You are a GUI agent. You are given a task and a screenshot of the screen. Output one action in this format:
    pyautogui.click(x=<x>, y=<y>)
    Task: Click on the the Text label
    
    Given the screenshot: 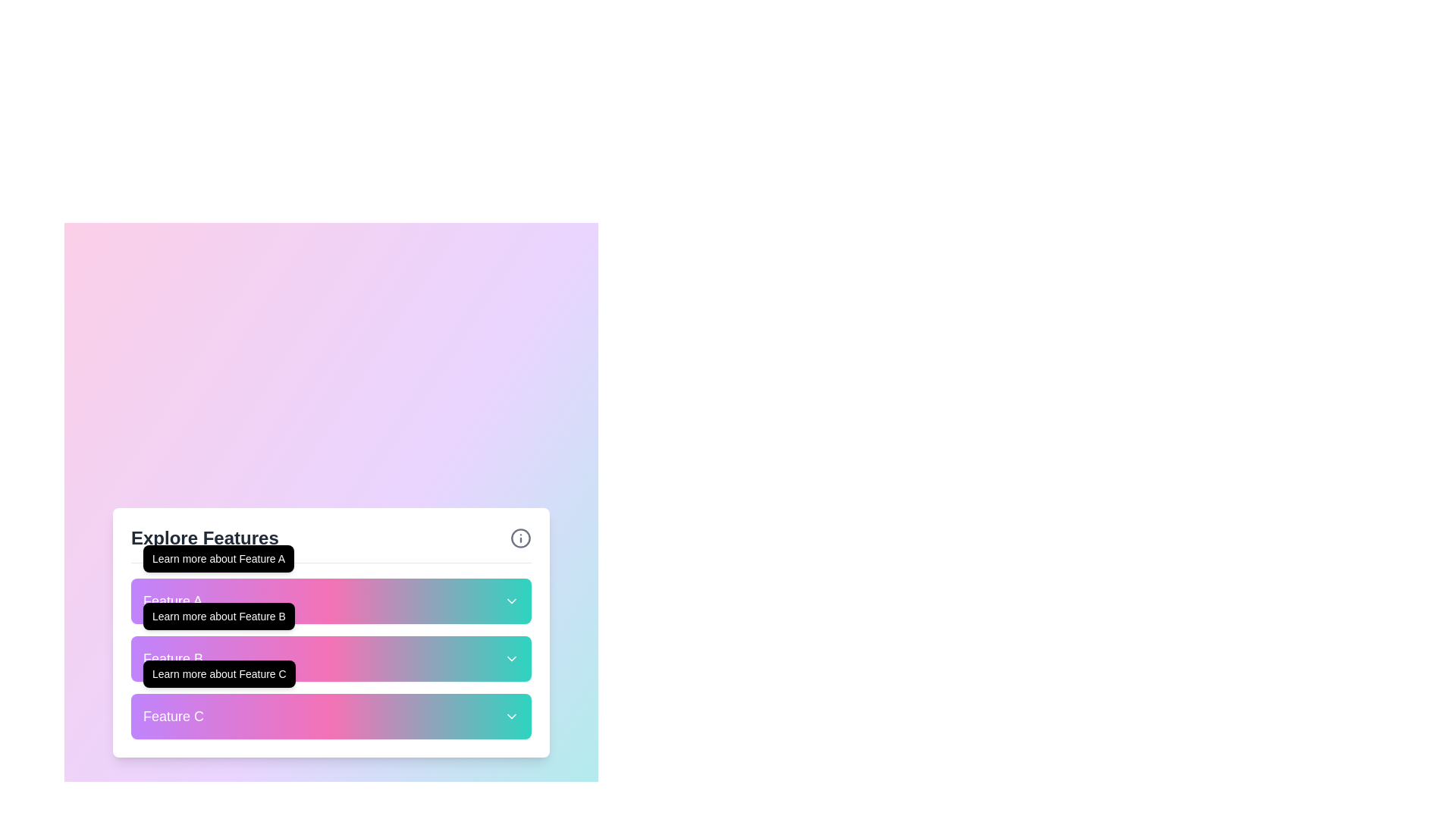 What is the action you would take?
    pyautogui.click(x=173, y=600)
    